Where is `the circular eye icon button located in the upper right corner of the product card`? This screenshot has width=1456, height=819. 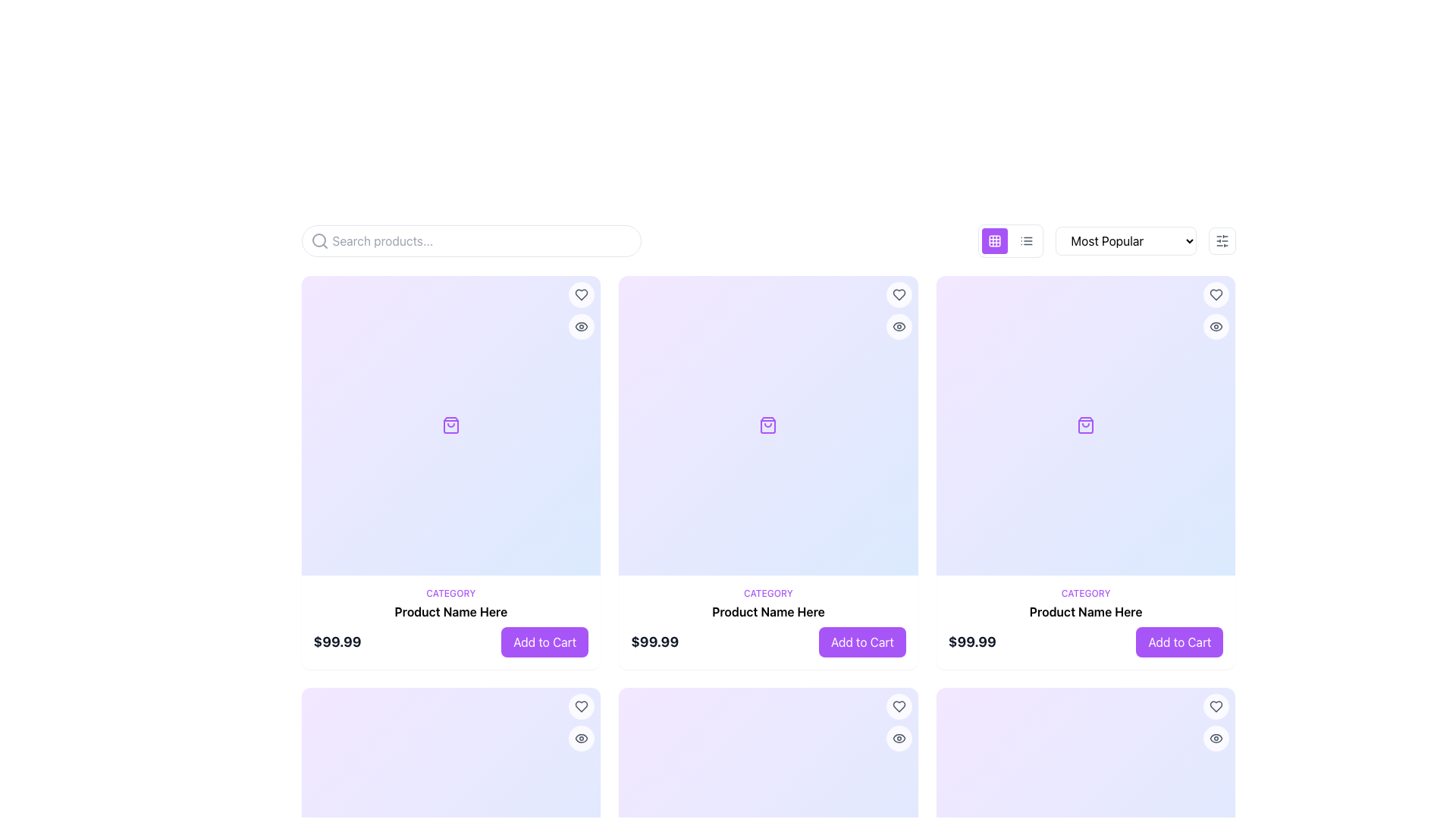
the circular eye icon button located in the upper right corner of the product card is located at coordinates (581, 326).